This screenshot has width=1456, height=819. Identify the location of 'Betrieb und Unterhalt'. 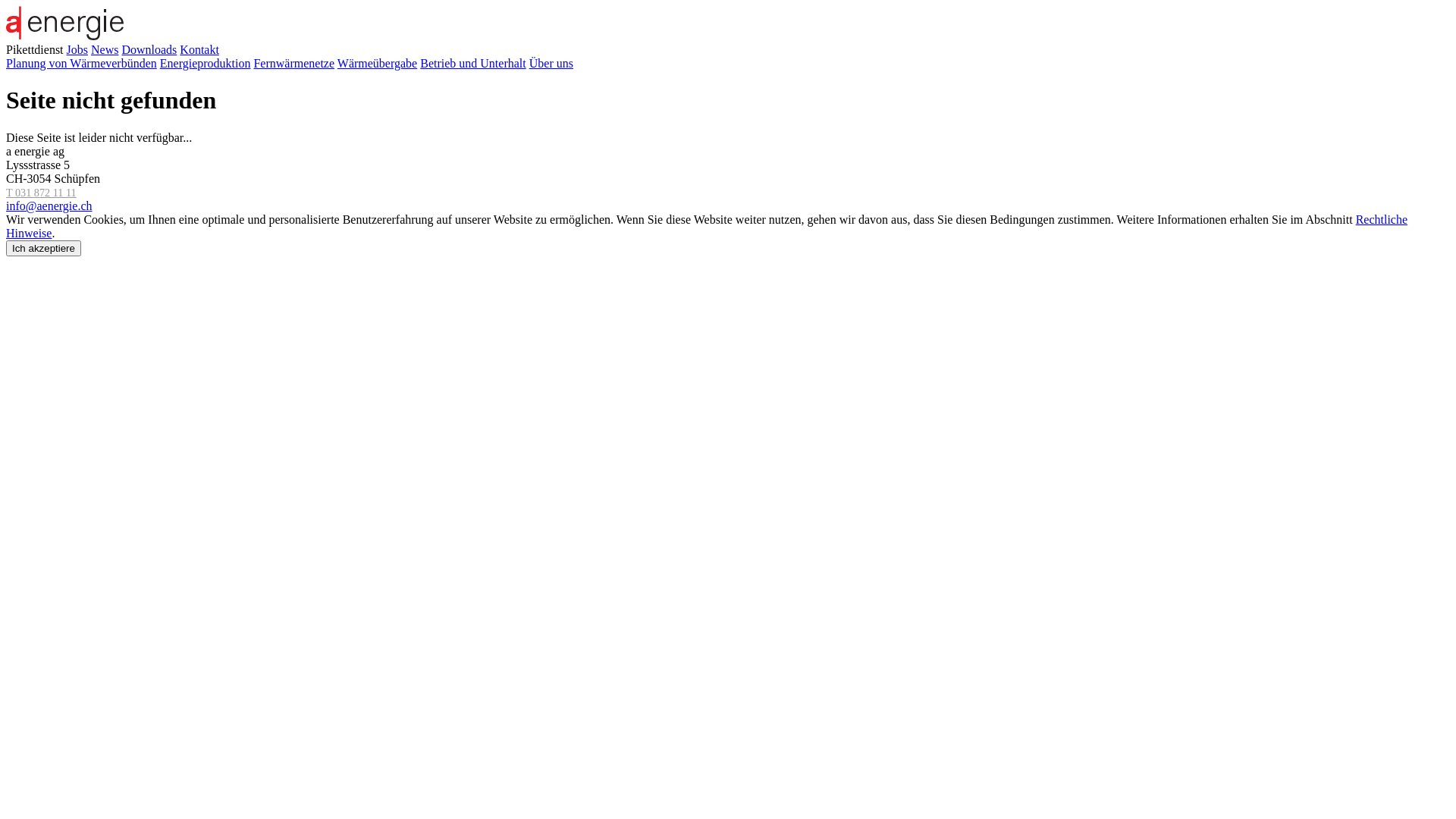
(472, 62).